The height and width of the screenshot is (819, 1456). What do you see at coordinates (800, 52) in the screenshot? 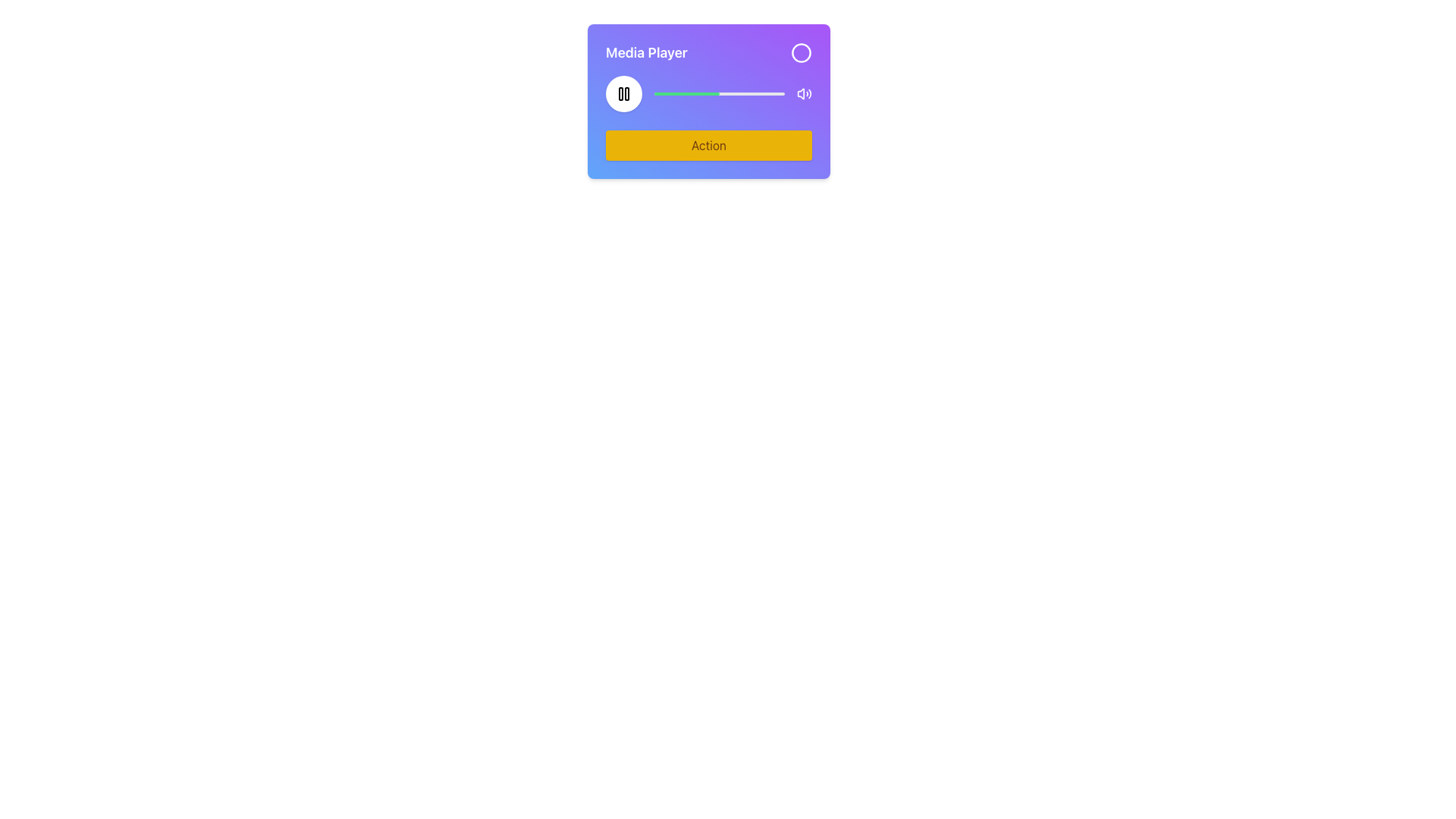
I see `the decorative Circle graphic located in the upper-right corner of the 'Media Player' widget's header area` at bounding box center [800, 52].